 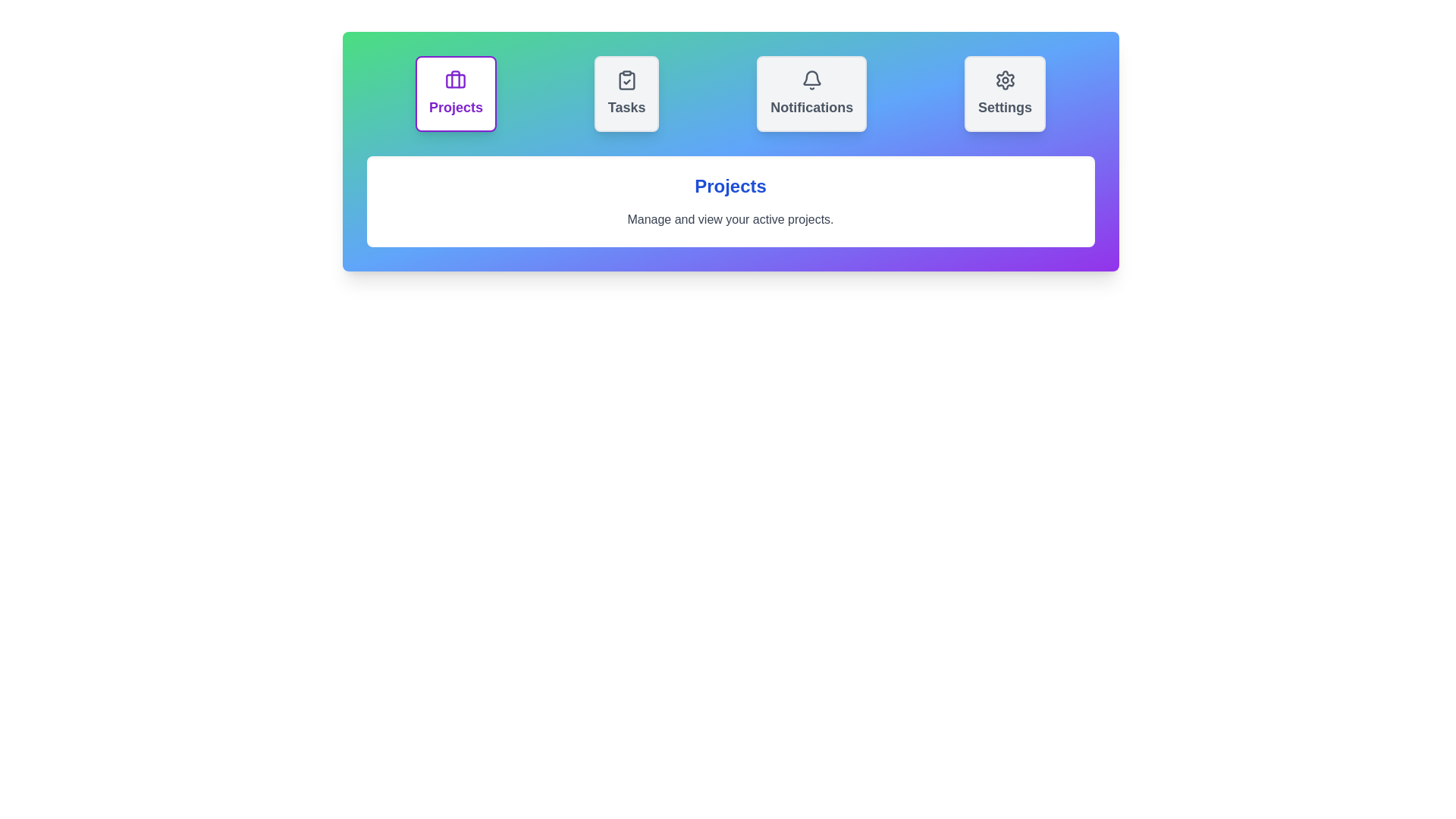 I want to click on the tab labeled Tasks to observe its hover effect, so click(x=626, y=93).